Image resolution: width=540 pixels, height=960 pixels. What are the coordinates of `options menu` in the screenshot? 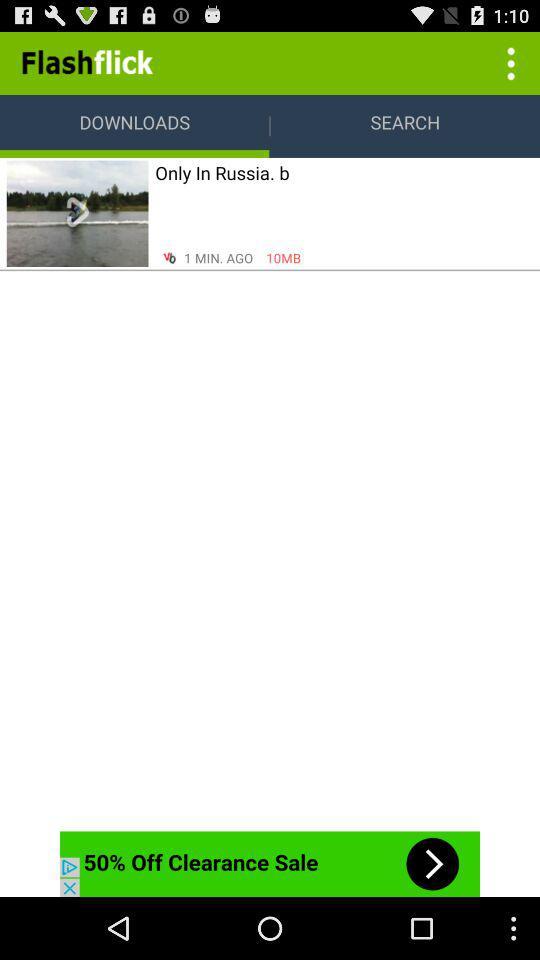 It's located at (508, 62).